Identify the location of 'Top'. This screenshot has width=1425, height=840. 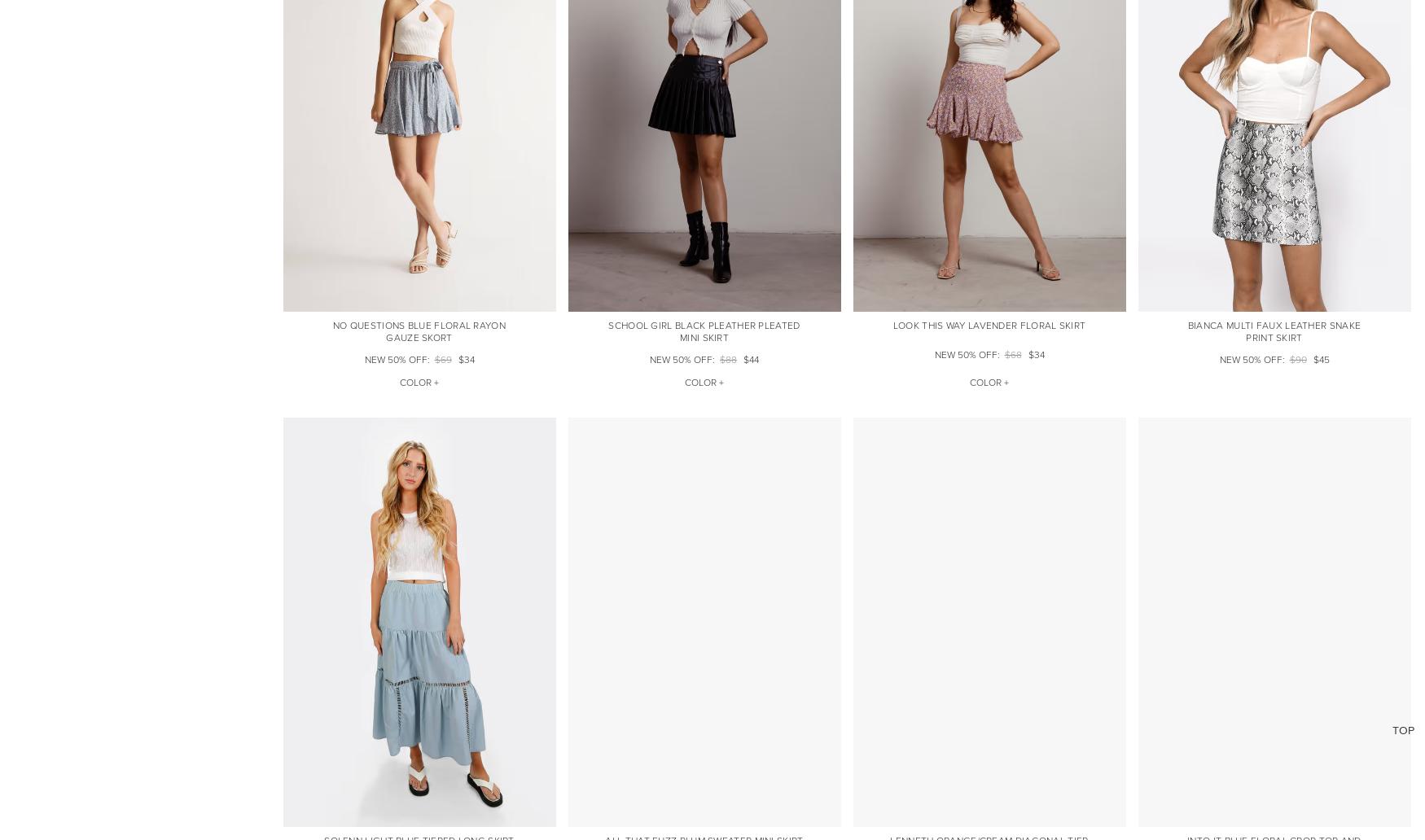
(1402, 730).